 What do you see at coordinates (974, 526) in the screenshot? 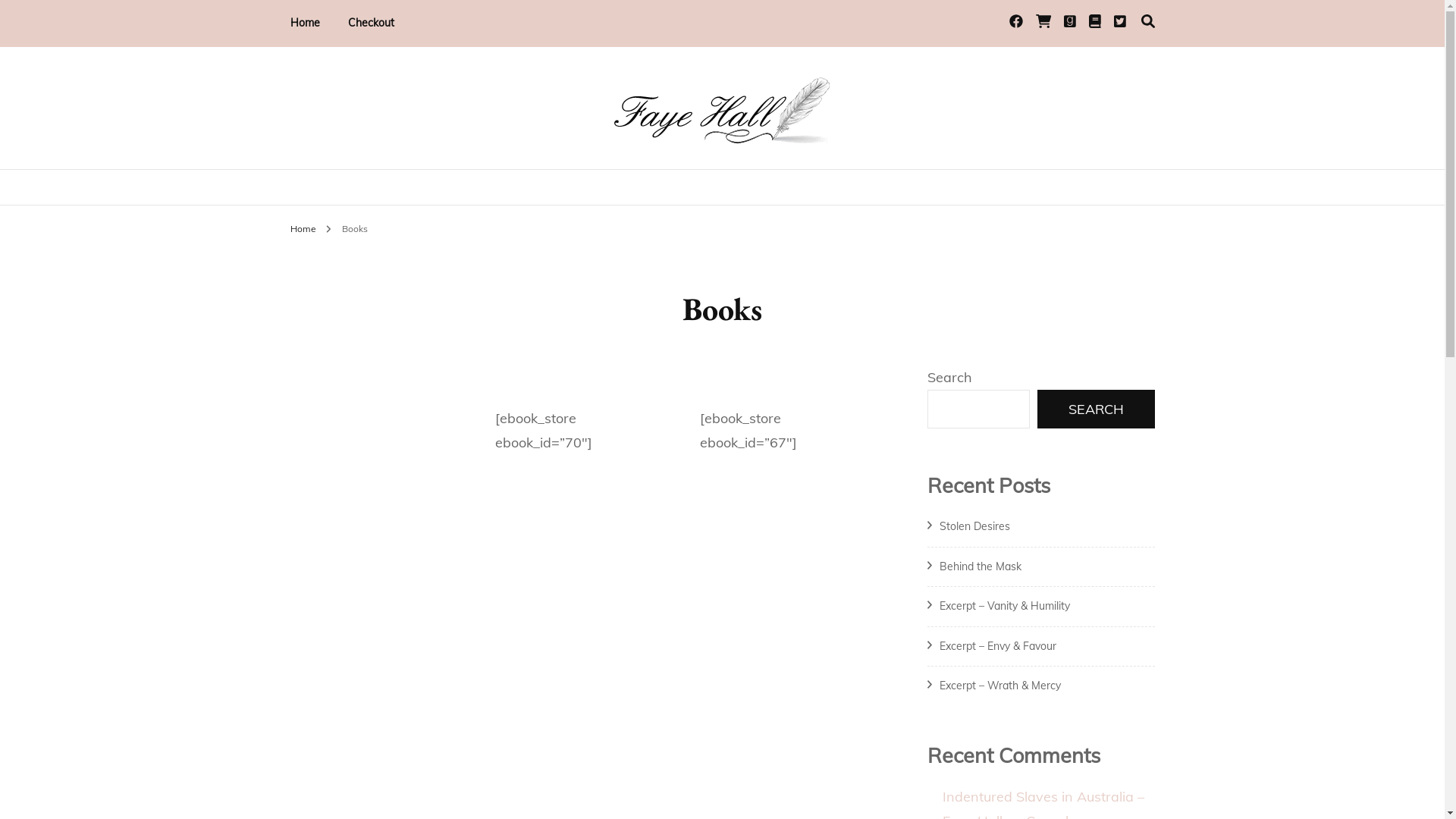
I see `'Stolen Desires'` at bounding box center [974, 526].